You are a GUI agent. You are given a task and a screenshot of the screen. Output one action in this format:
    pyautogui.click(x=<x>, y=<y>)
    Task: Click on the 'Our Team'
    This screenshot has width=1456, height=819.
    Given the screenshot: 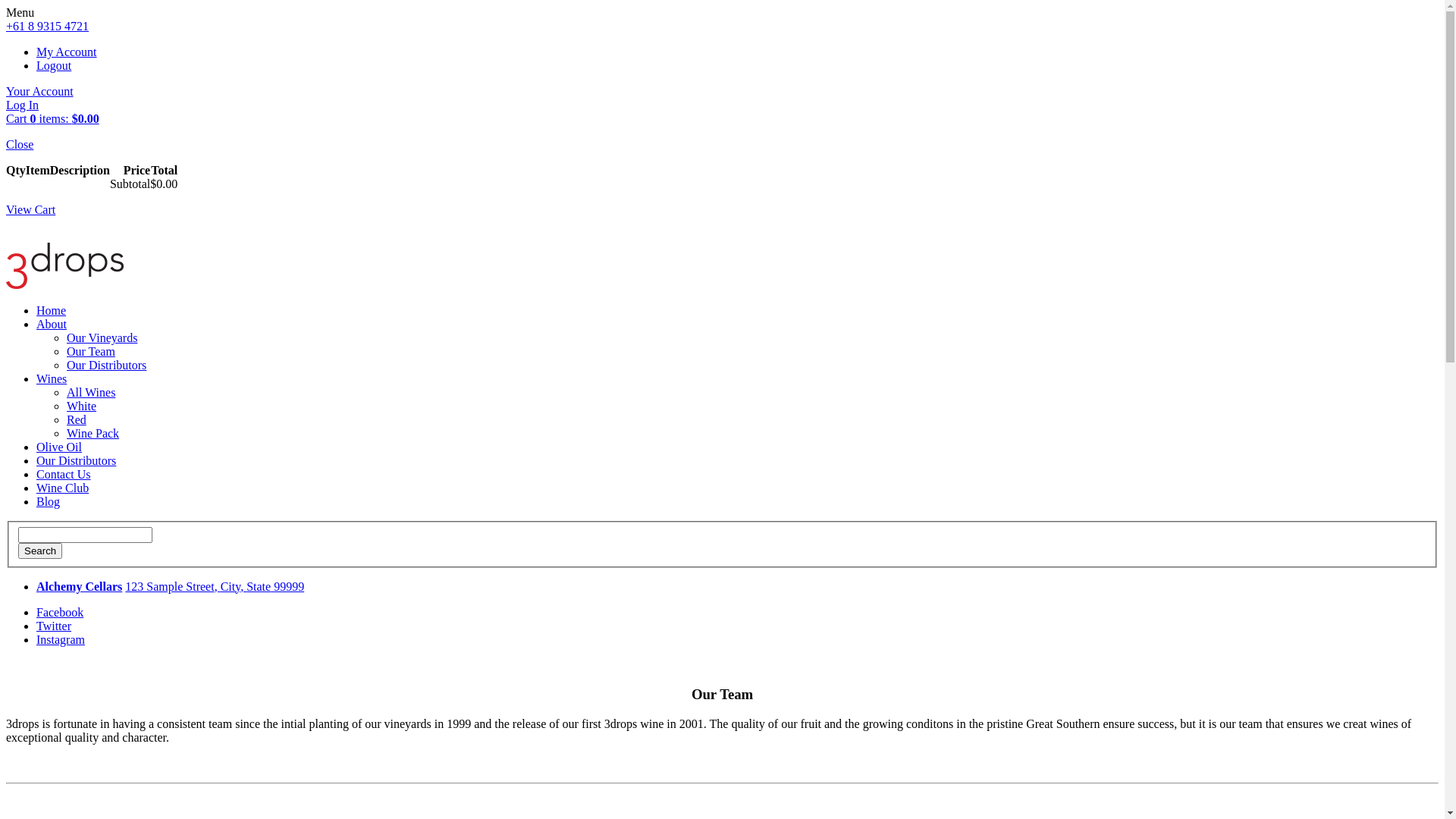 What is the action you would take?
    pyautogui.click(x=90, y=351)
    